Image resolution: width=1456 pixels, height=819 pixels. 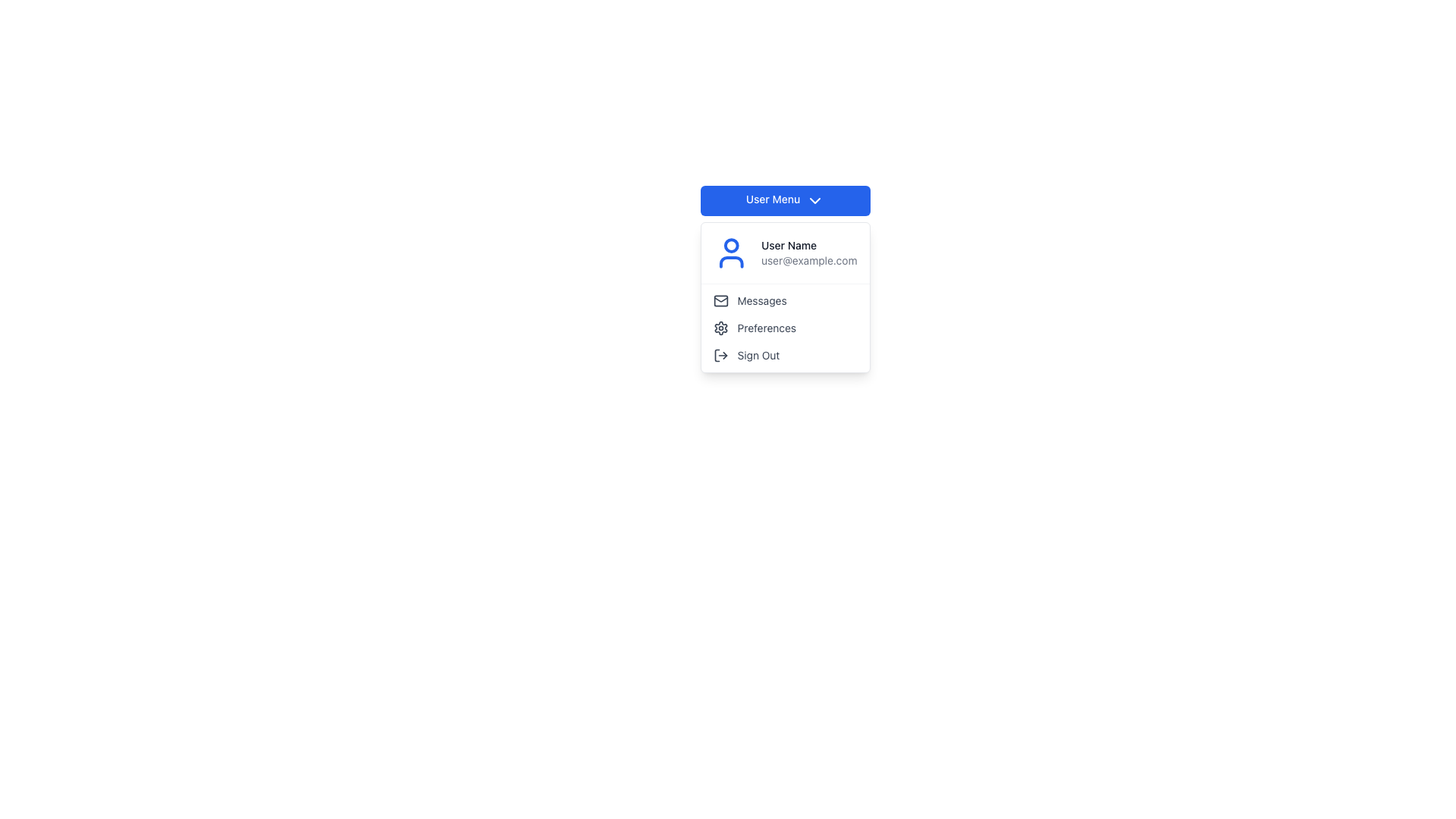 What do you see at coordinates (731, 253) in the screenshot?
I see `the user account icon located at the top left inside the user menu drop-down, adjacent to the username and email text` at bounding box center [731, 253].